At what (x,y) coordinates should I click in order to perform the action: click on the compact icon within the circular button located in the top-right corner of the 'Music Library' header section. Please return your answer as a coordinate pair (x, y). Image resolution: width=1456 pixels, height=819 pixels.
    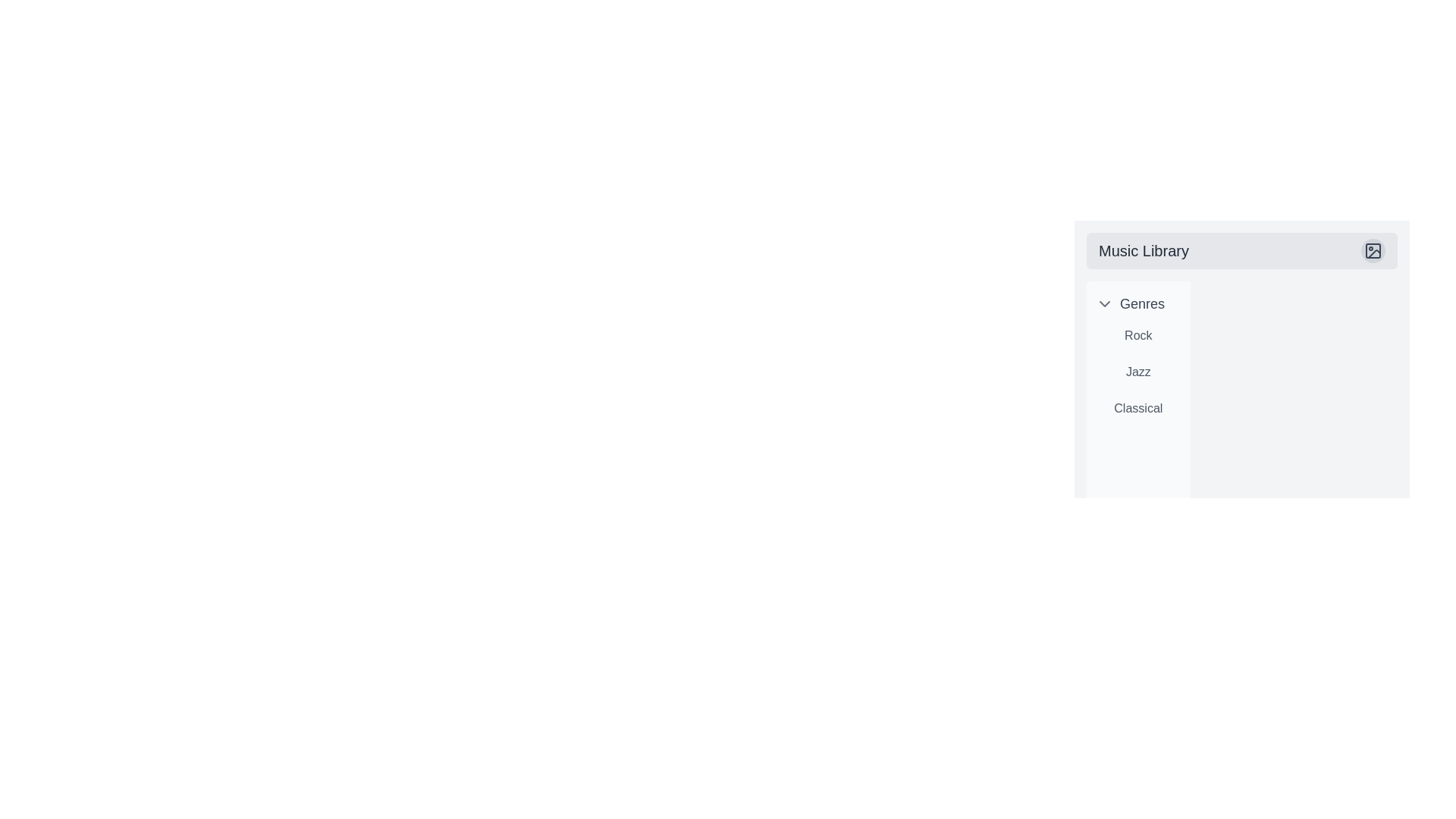
    Looking at the image, I should click on (1373, 250).